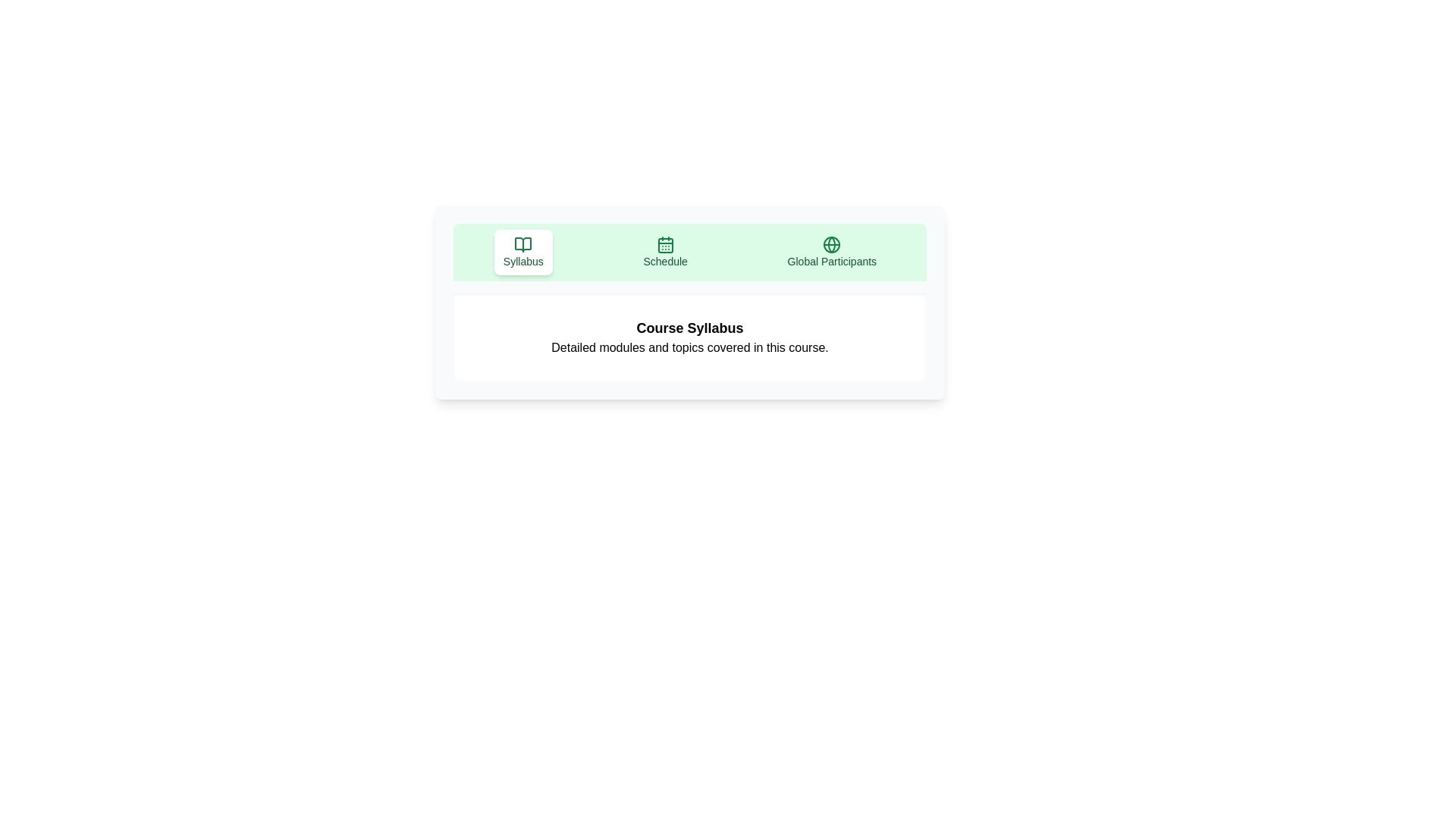 Image resolution: width=1456 pixels, height=819 pixels. What do you see at coordinates (831, 251) in the screenshot?
I see `the Global Participants tab to view its content` at bounding box center [831, 251].